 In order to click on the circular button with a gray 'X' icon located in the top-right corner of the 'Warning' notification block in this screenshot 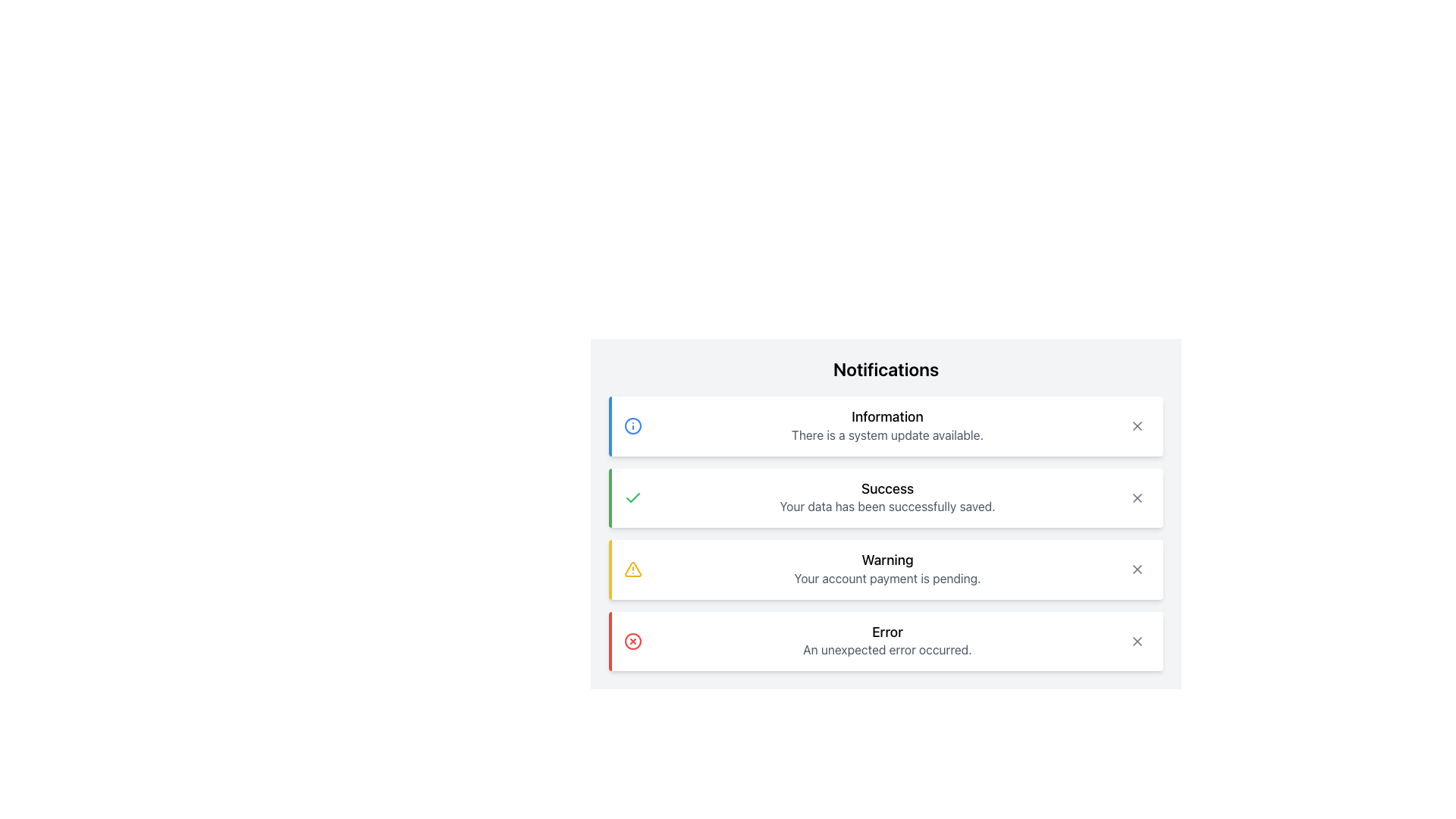, I will do `click(1137, 570)`.